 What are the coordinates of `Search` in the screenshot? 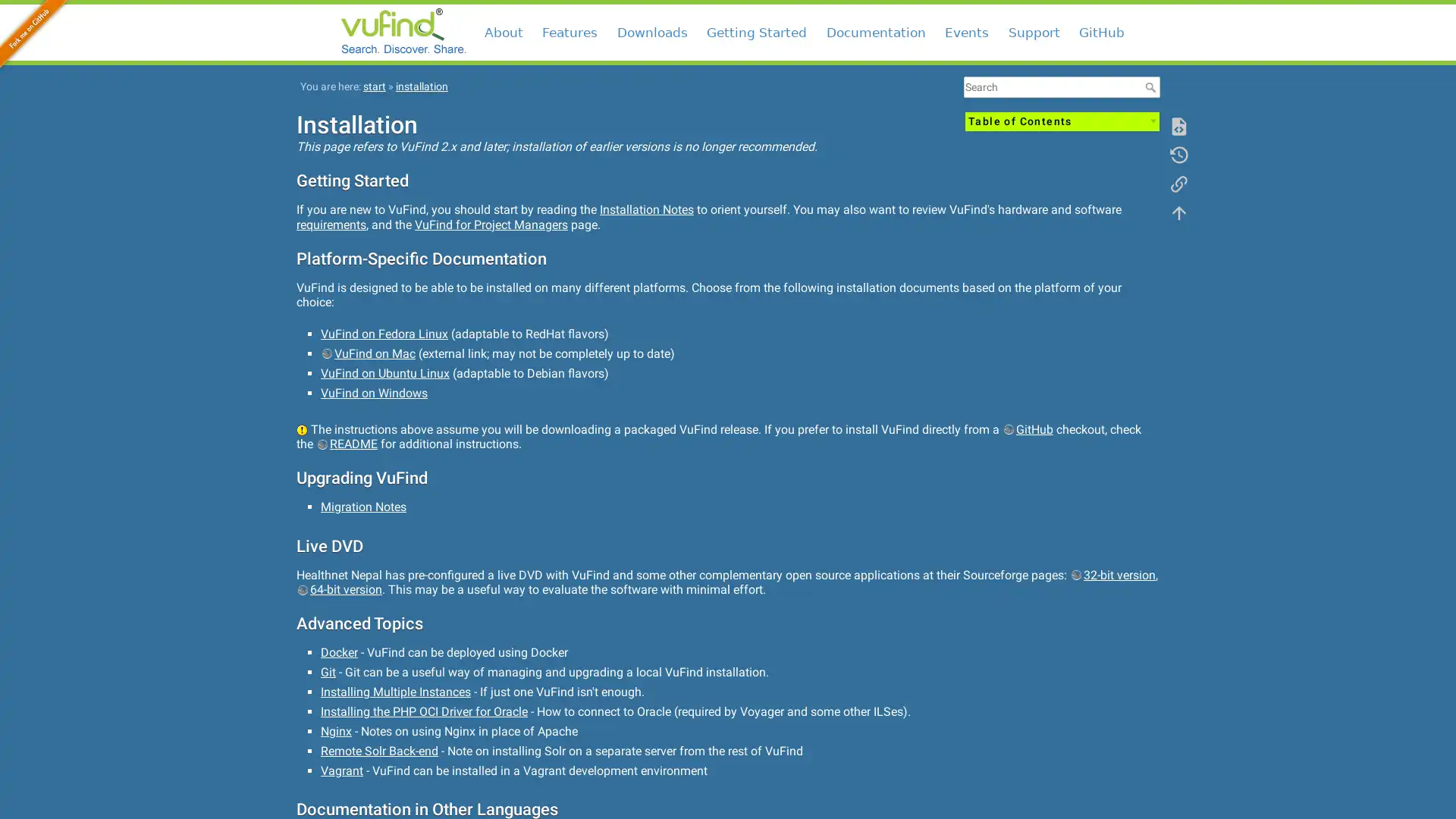 It's located at (1152, 86).